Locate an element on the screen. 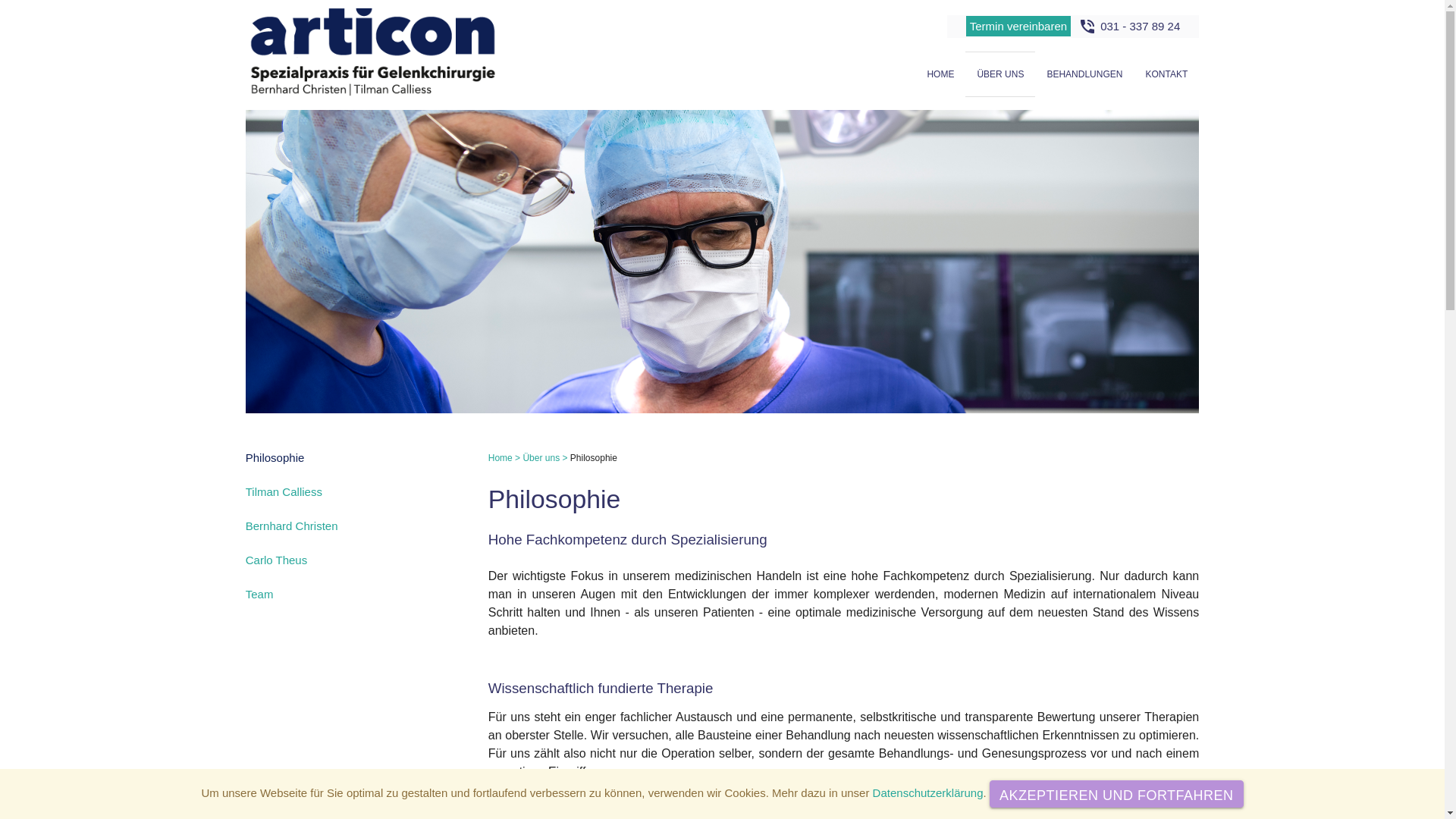  'AKZEPTIEREN UND FORTFAHREN' is located at coordinates (1116, 792).